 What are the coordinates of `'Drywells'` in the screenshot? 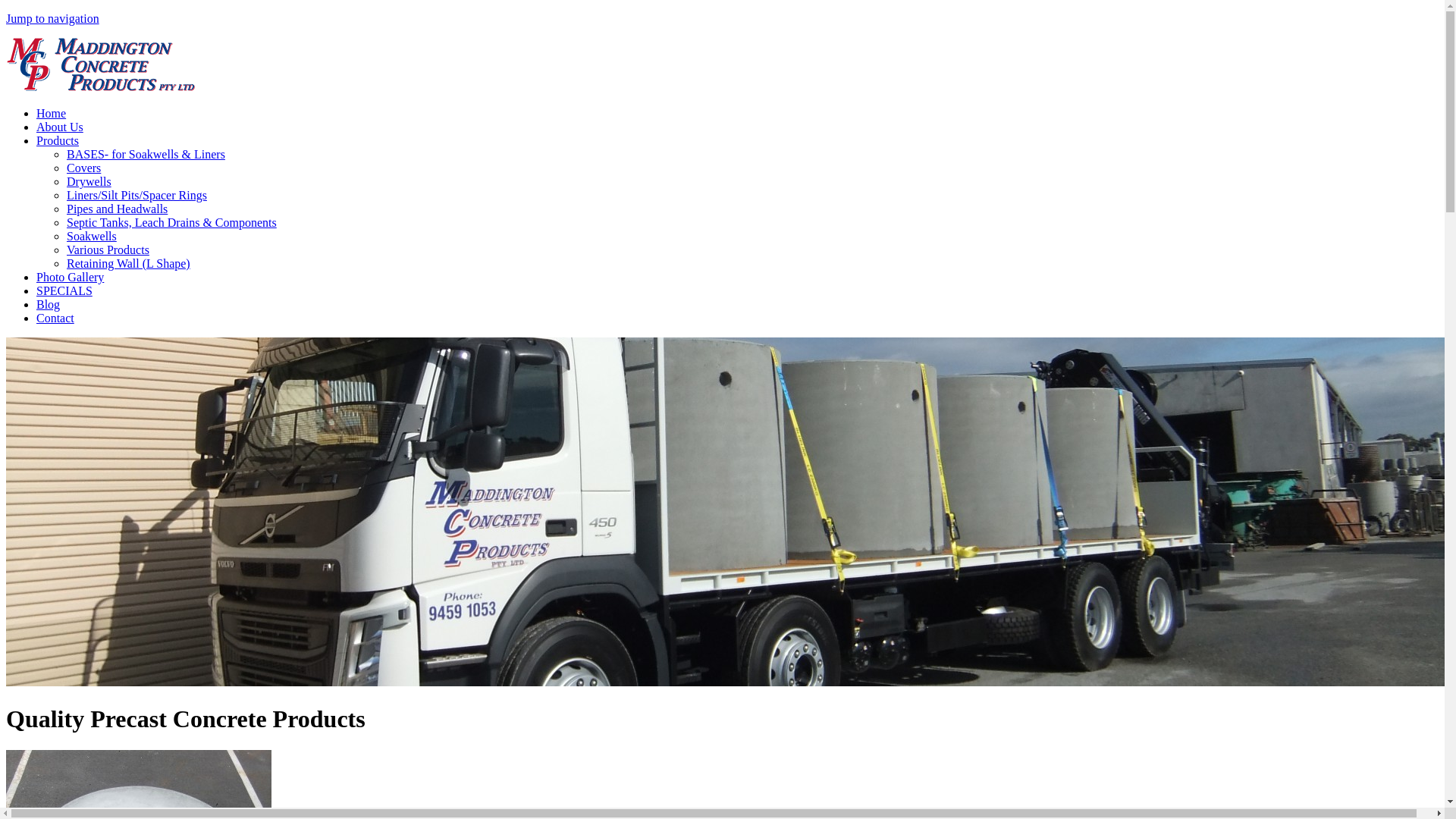 It's located at (65, 180).